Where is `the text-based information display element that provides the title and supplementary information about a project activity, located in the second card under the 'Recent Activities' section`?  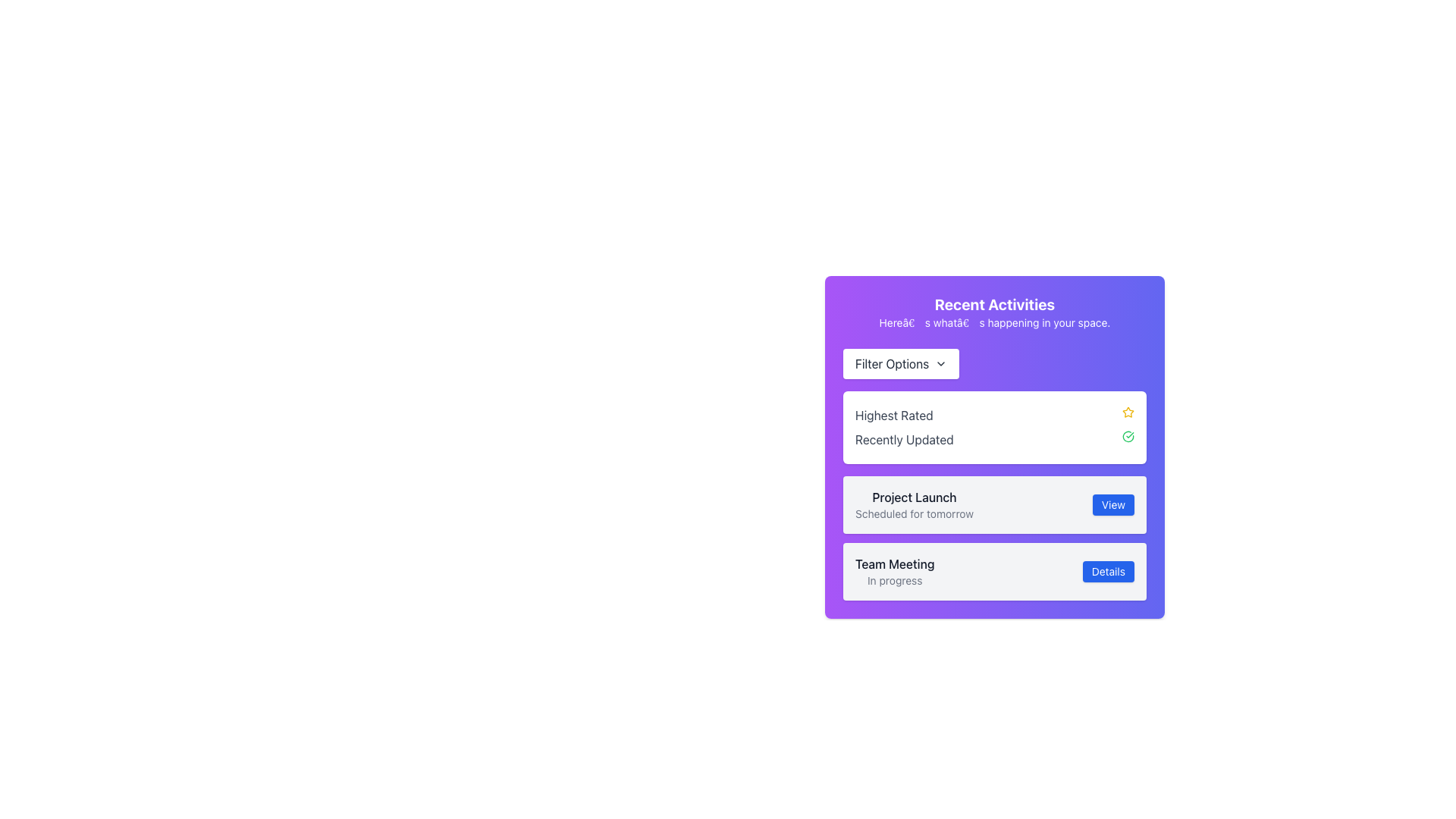
the text-based information display element that provides the title and supplementary information about a project activity, located in the second card under the 'Recent Activities' section is located at coordinates (913, 505).